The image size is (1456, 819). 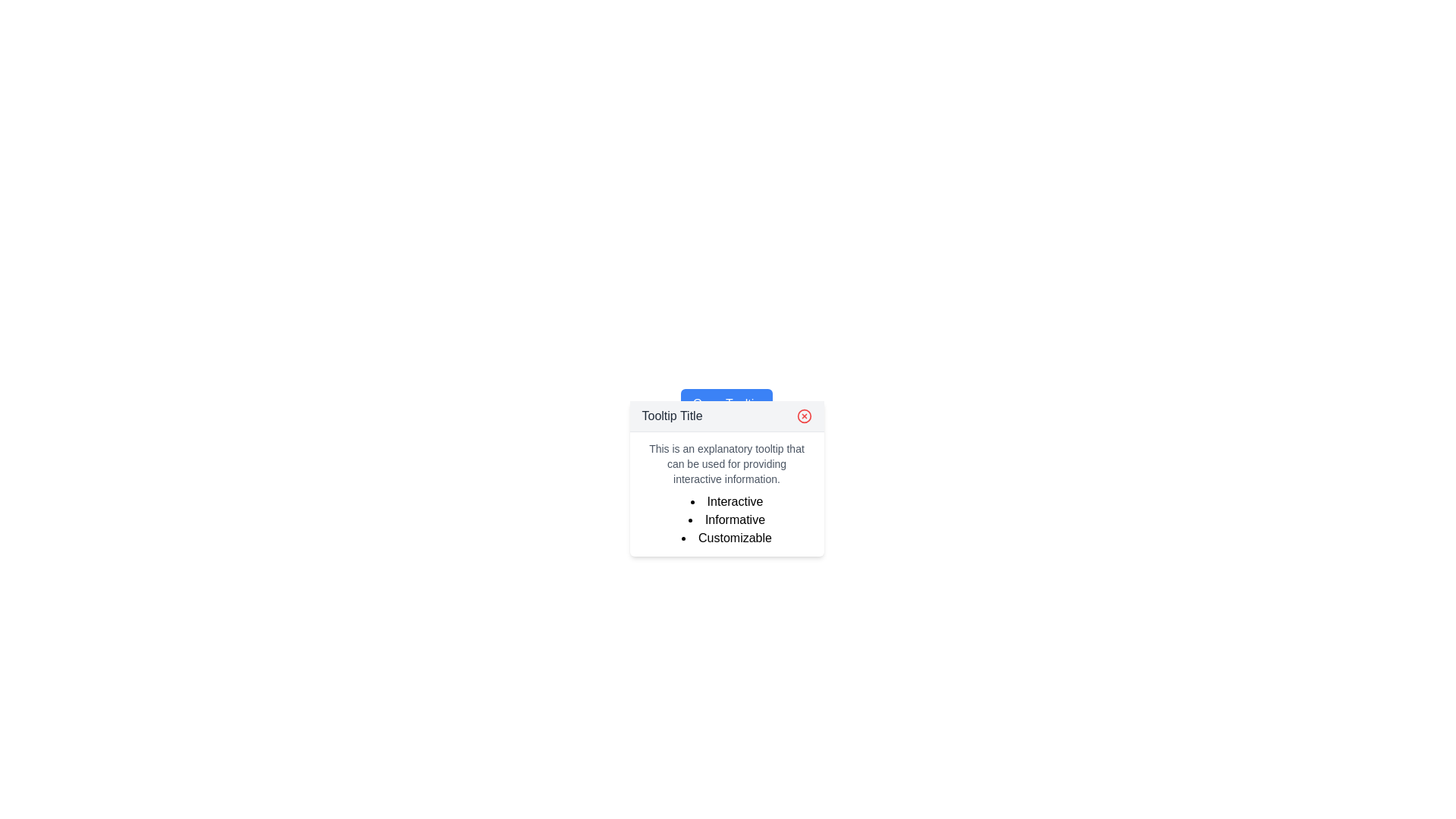 What do you see at coordinates (726, 463) in the screenshot?
I see `the static text content that is styled with a small font and light gray coloring, positioned below the title section and above the list of bullet points` at bounding box center [726, 463].